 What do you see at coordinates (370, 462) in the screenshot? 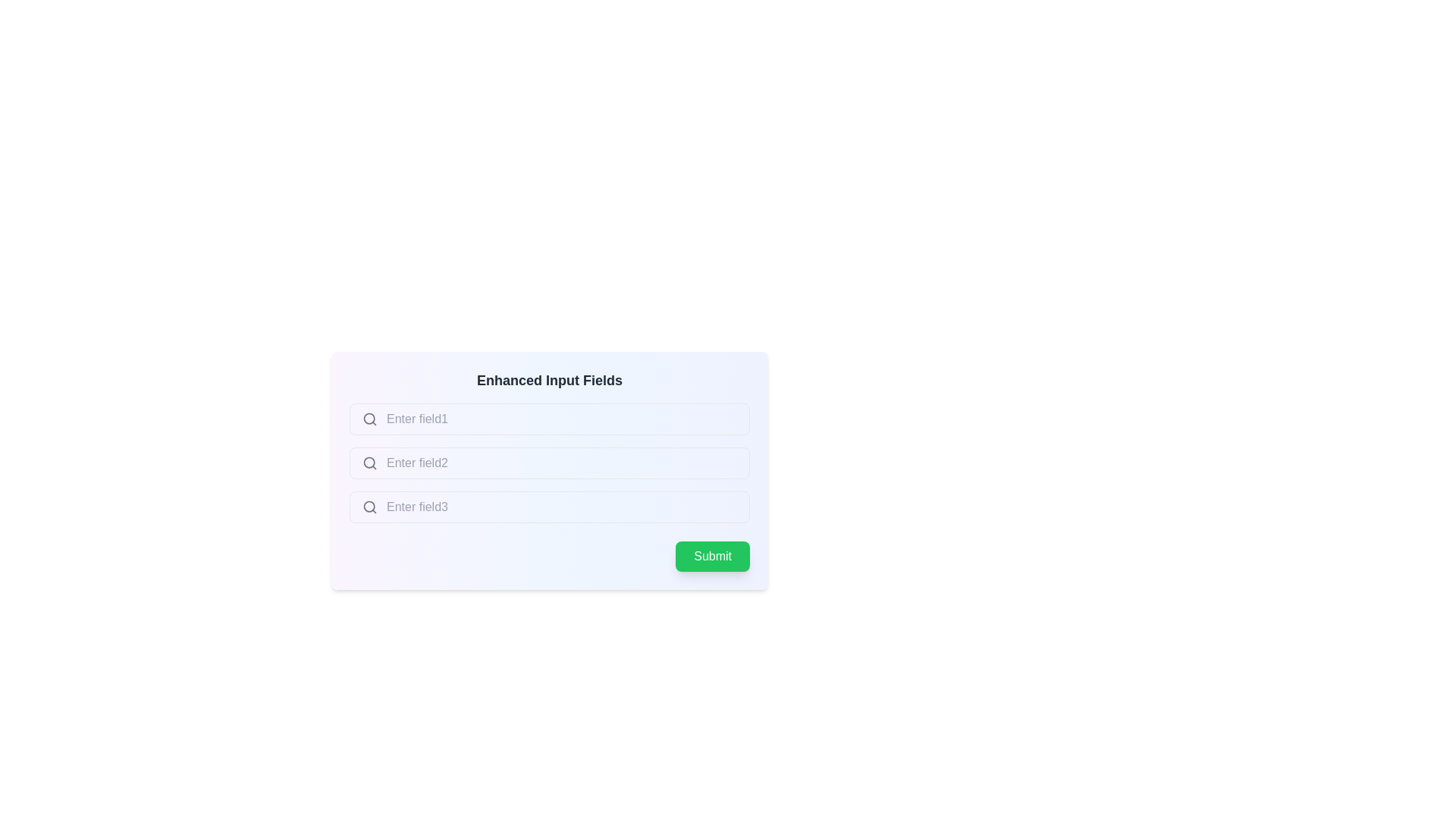
I see `the magnifying glass SVG icon that indicates the search functionality, located to the left of the placeholder text 'Enter field2' in the second input field` at bounding box center [370, 462].